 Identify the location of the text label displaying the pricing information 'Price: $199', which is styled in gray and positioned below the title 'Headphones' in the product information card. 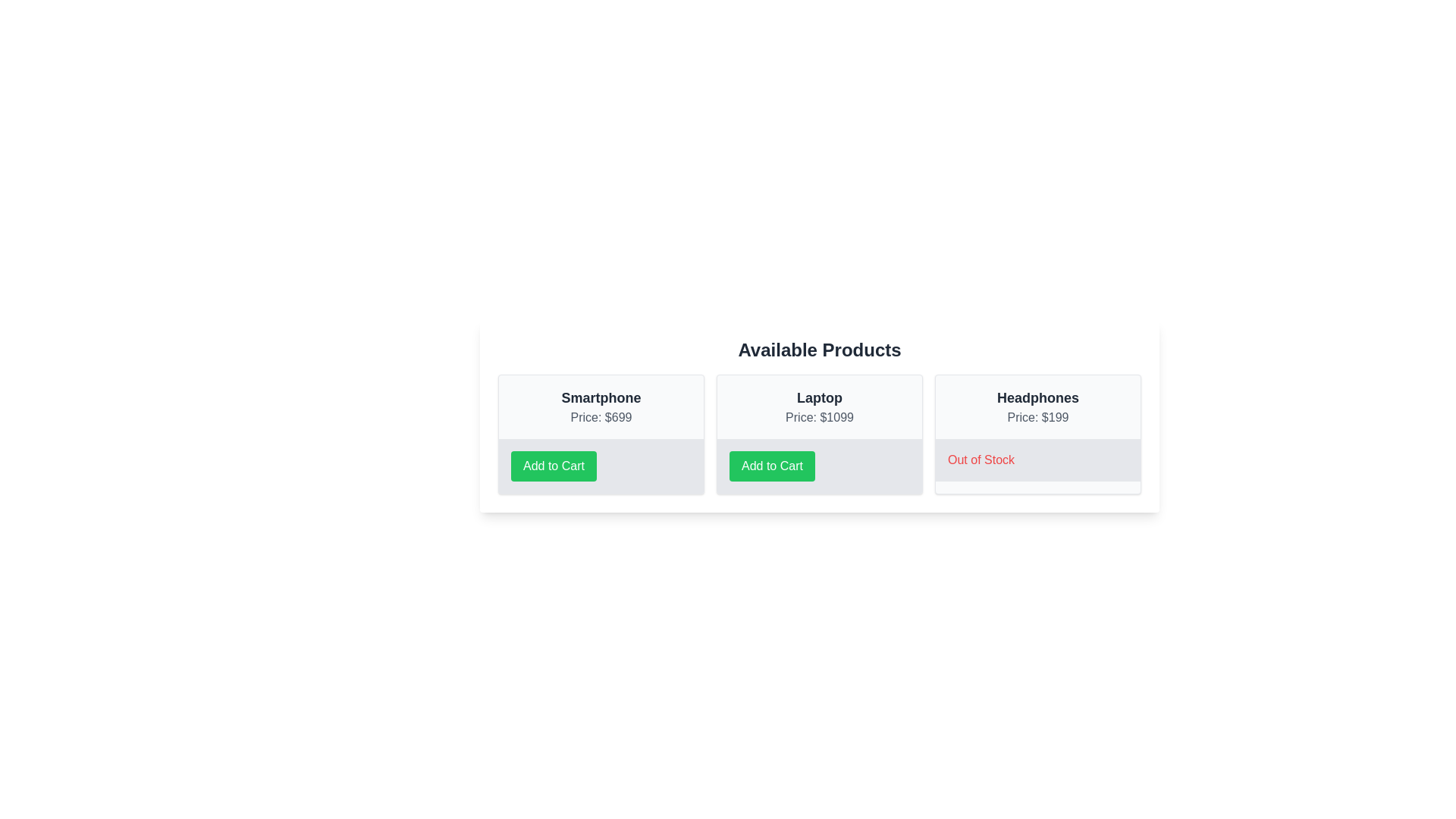
(1037, 418).